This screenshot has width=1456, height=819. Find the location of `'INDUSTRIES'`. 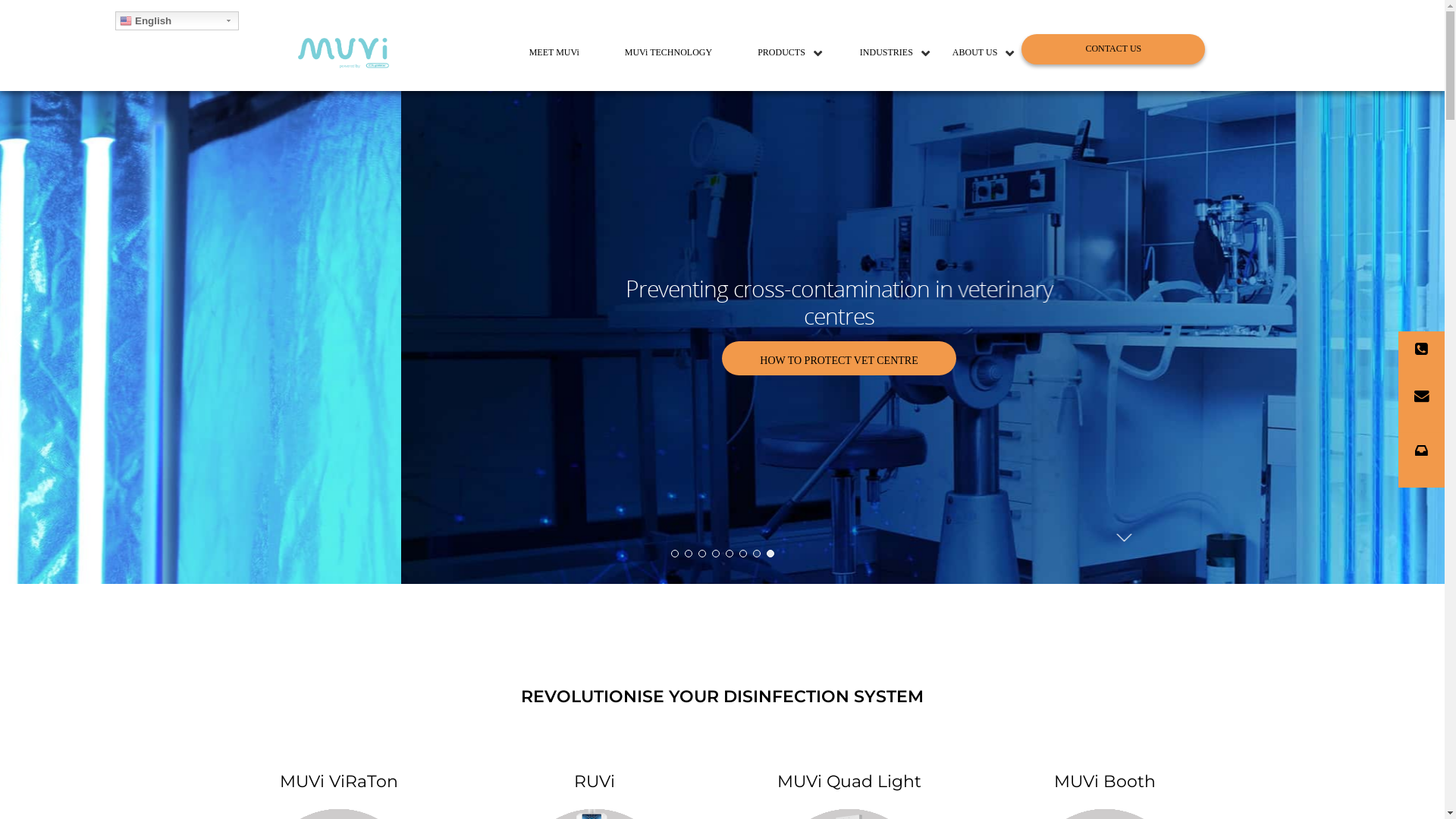

'INDUSTRIES' is located at coordinates (886, 52).